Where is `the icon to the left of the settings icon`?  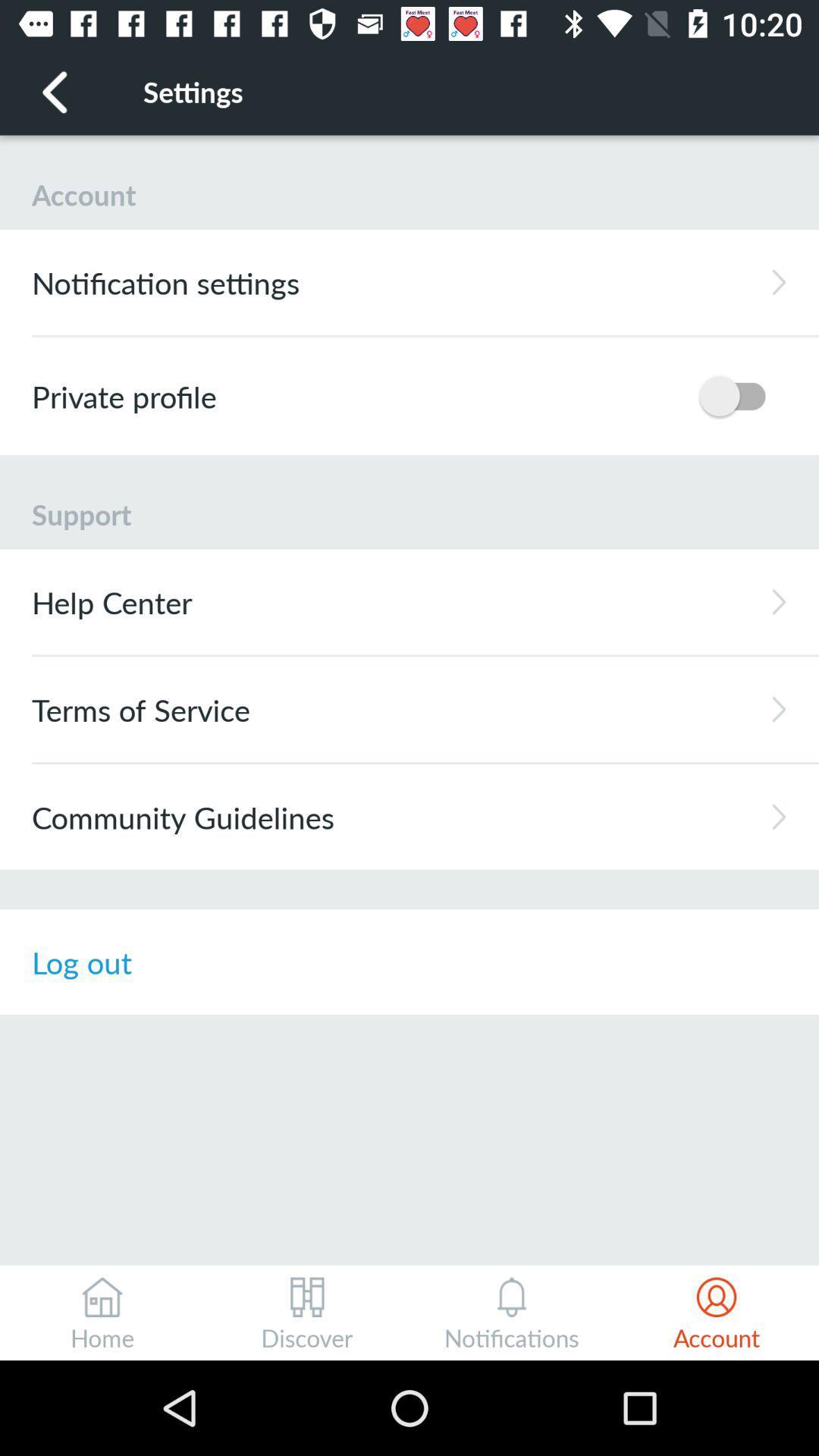
the icon to the left of the settings icon is located at coordinates (55, 90).